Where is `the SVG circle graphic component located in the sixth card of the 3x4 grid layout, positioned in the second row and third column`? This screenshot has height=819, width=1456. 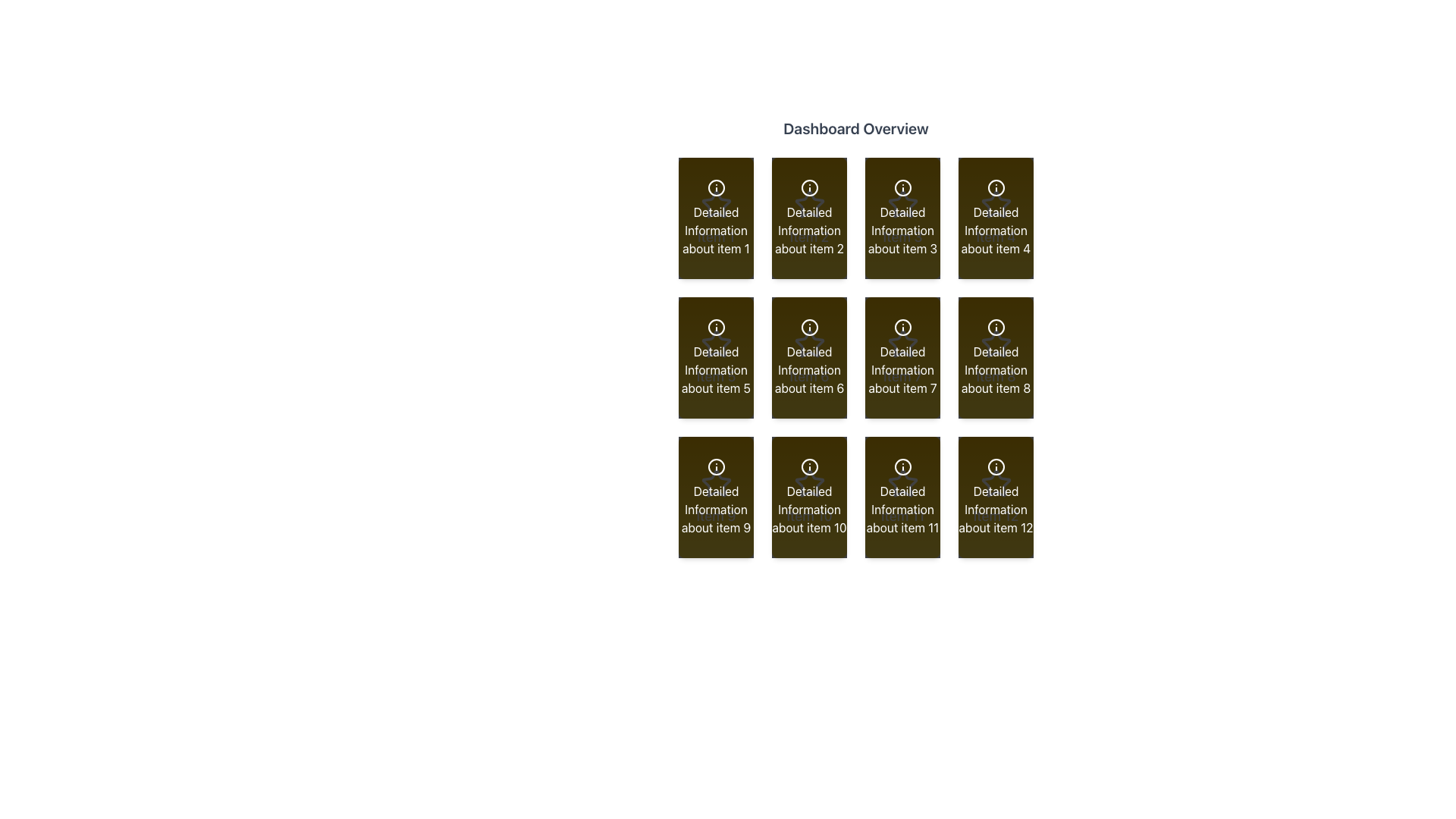 the SVG circle graphic component located in the sixth card of the 3x4 grid layout, positioned in the second row and third column is located at coordinates (808, 327).